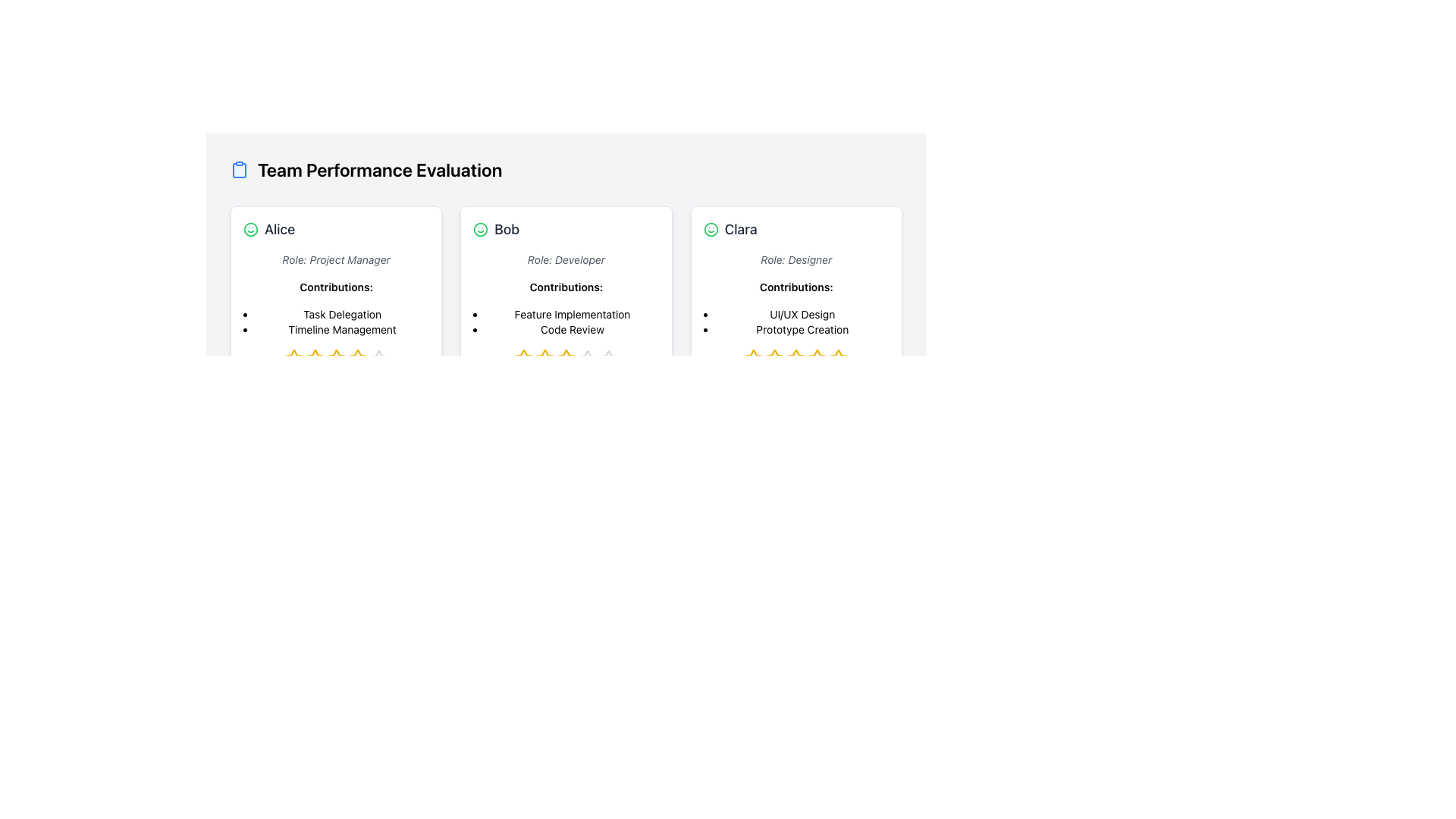 Image resolution: width=1456 pixels, height=819 pixels. I want to click on from the fifth star icon in the star rating row beneath the 'Clara - Designer' card, so click(838, 358).